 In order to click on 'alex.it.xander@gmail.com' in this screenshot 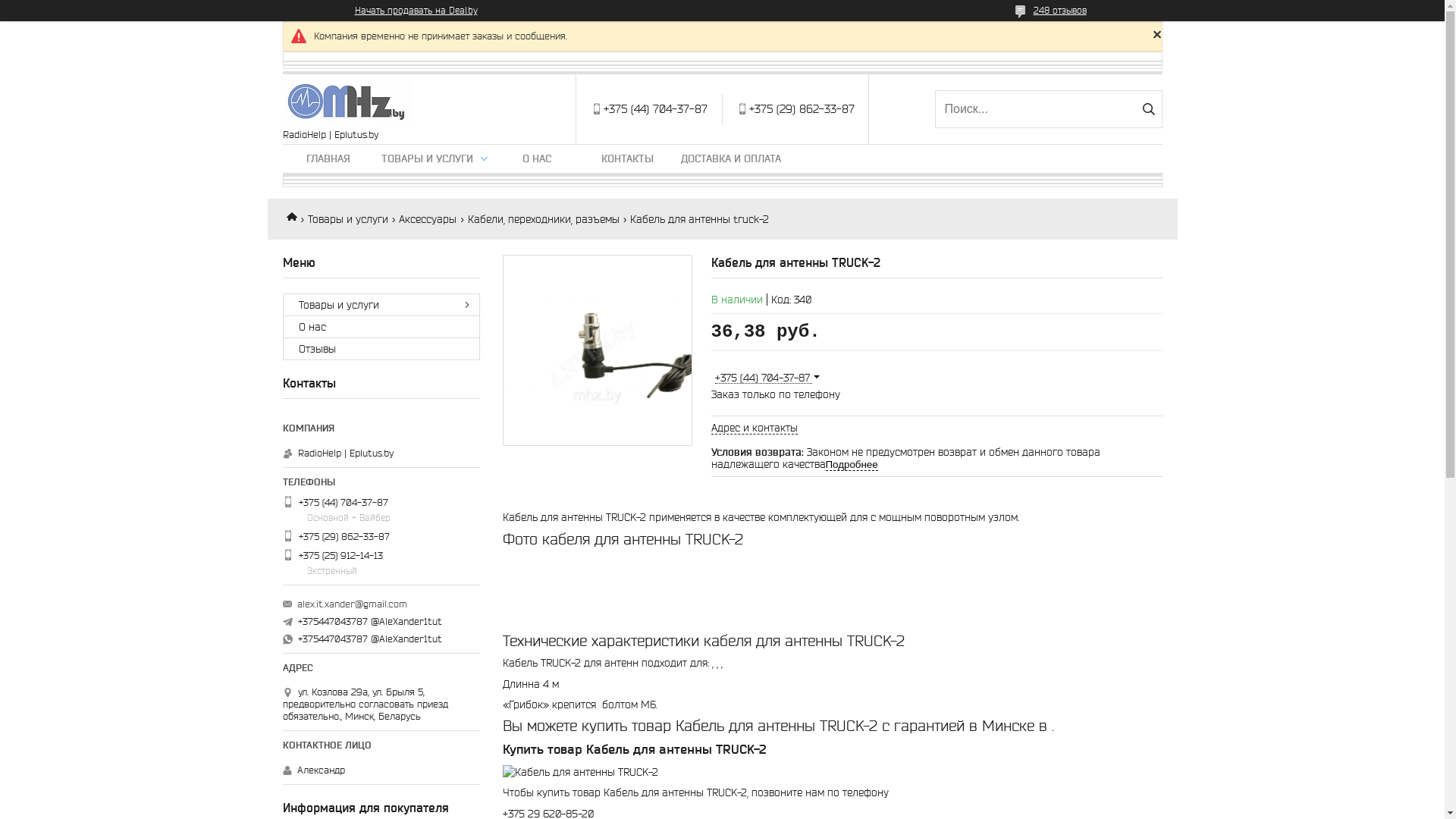, I will do `click(351, 604)`.